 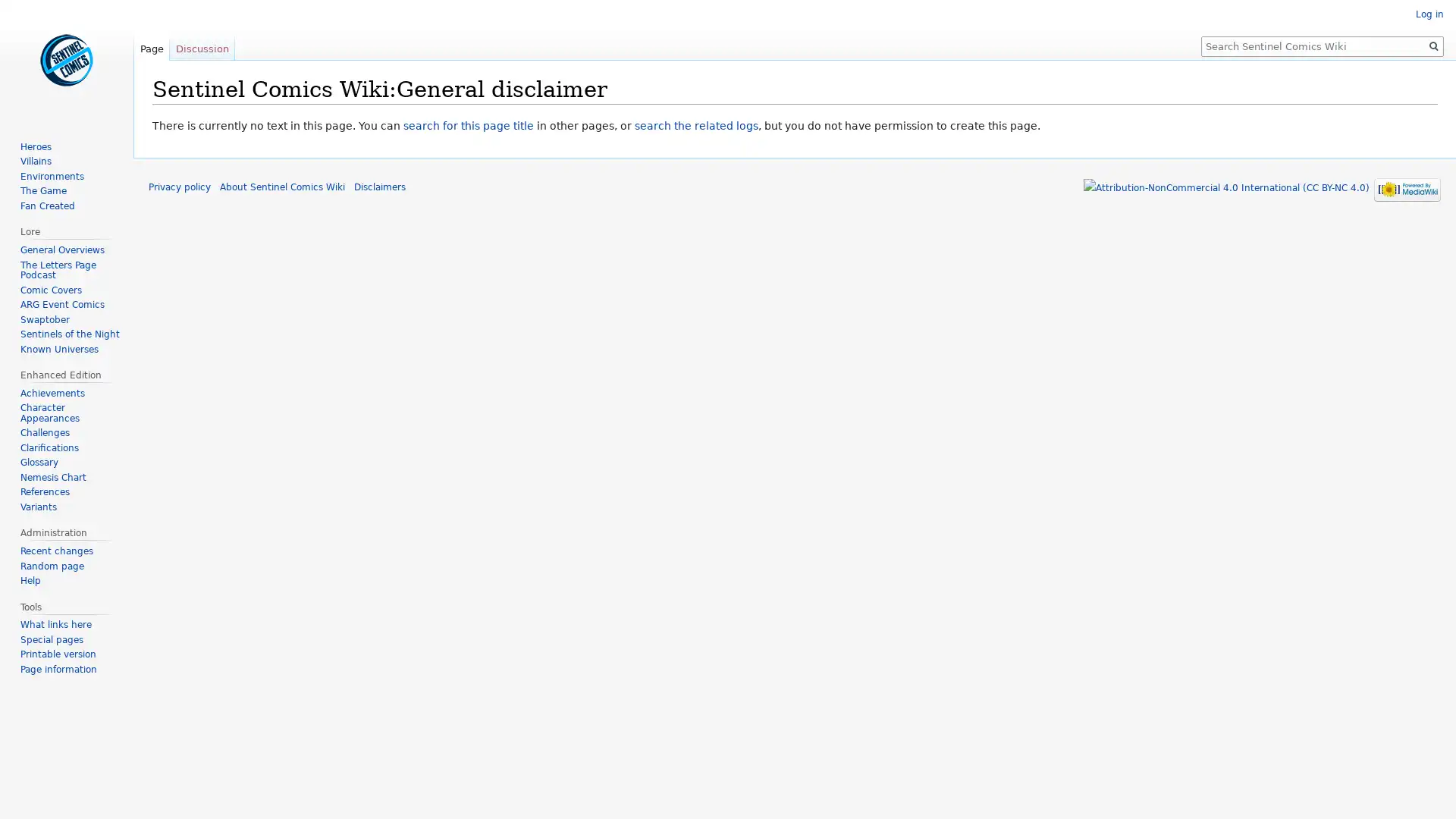 What do you see at coordinates (1433, 45) in the screenshot?
I see `Go` at bounding box center [1433, 45].